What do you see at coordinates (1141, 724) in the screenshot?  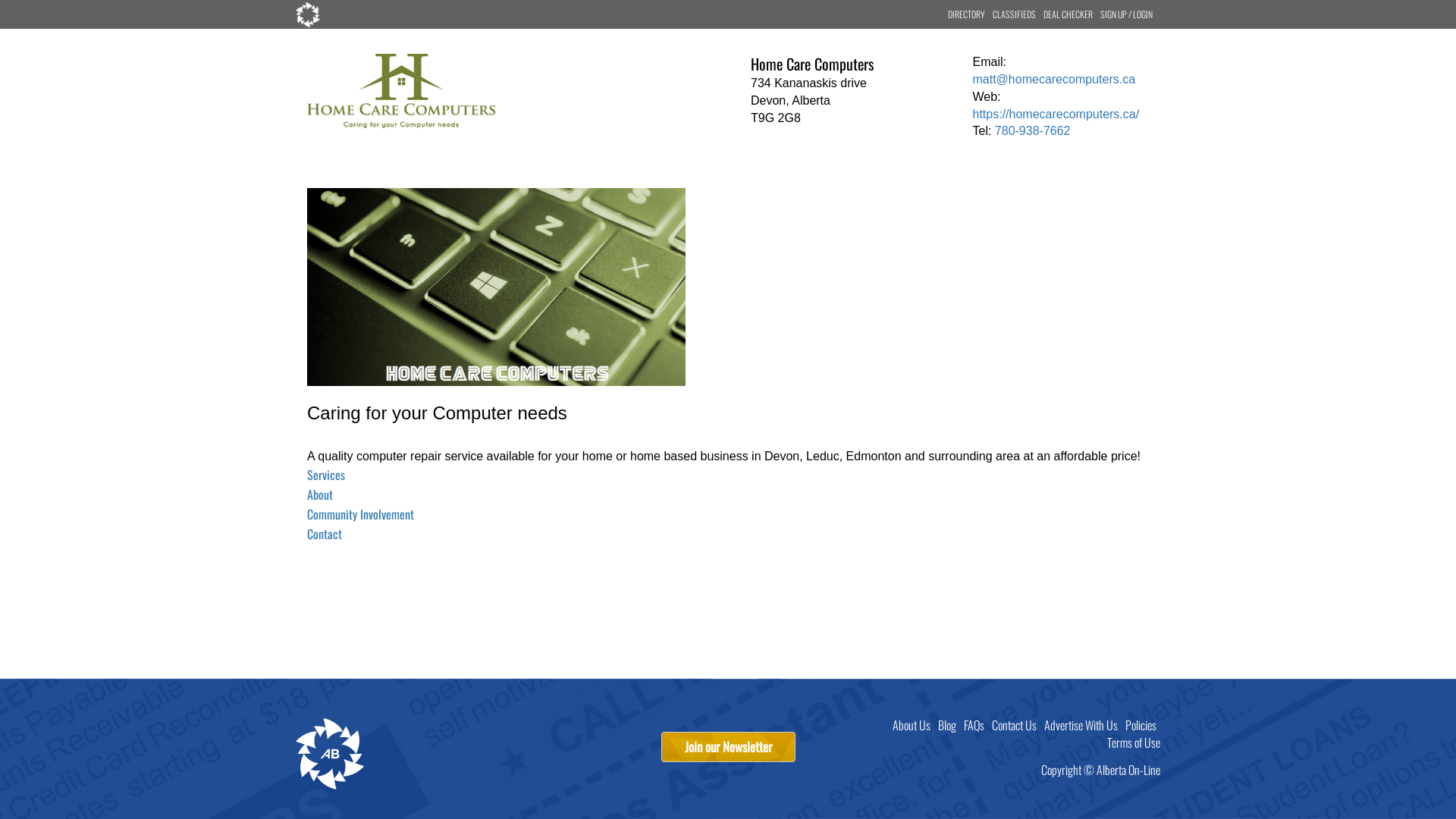 I see `'Policies'` at bounding box center [1141, 724].